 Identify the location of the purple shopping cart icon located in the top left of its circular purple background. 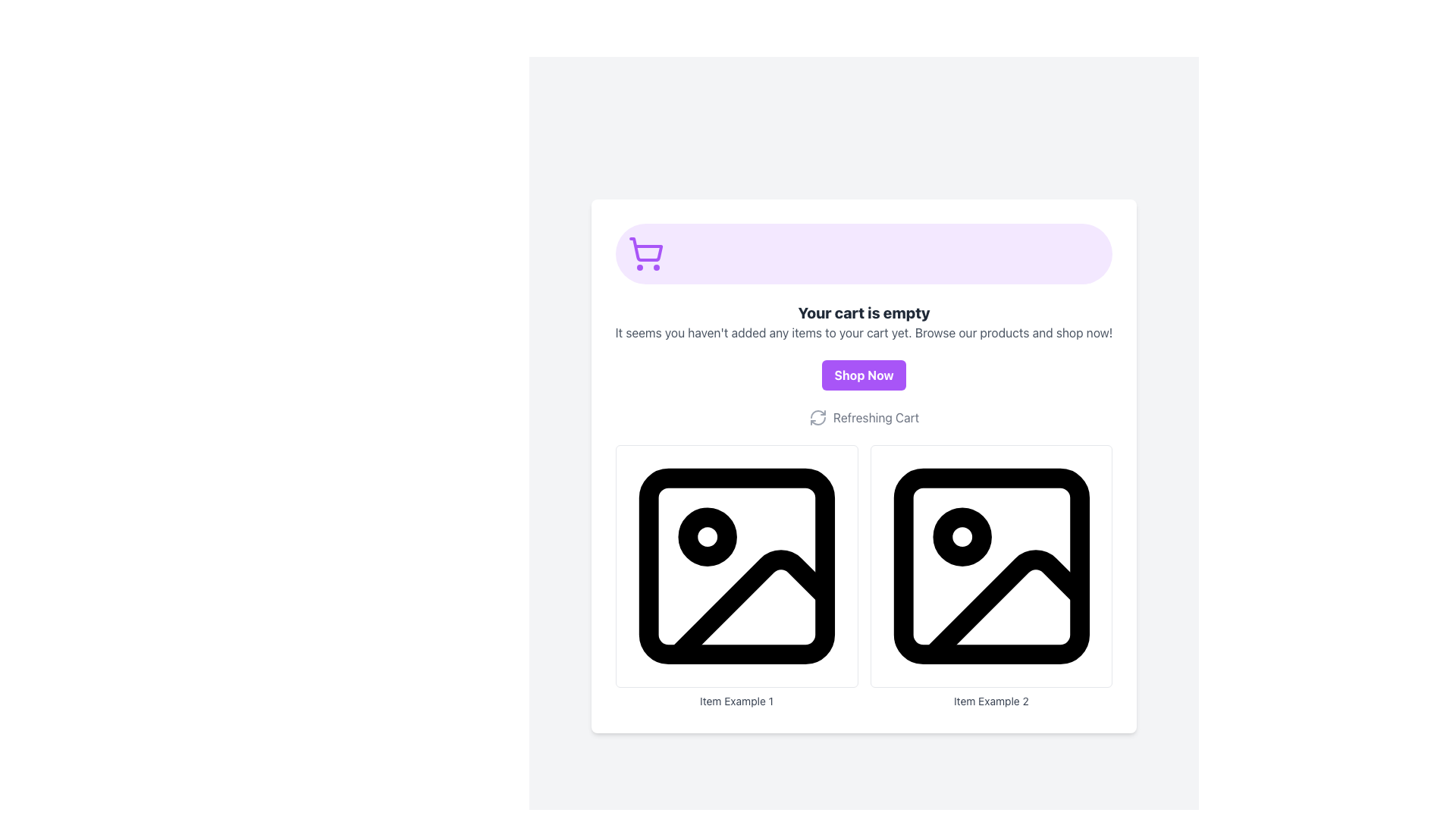
(645, 253).